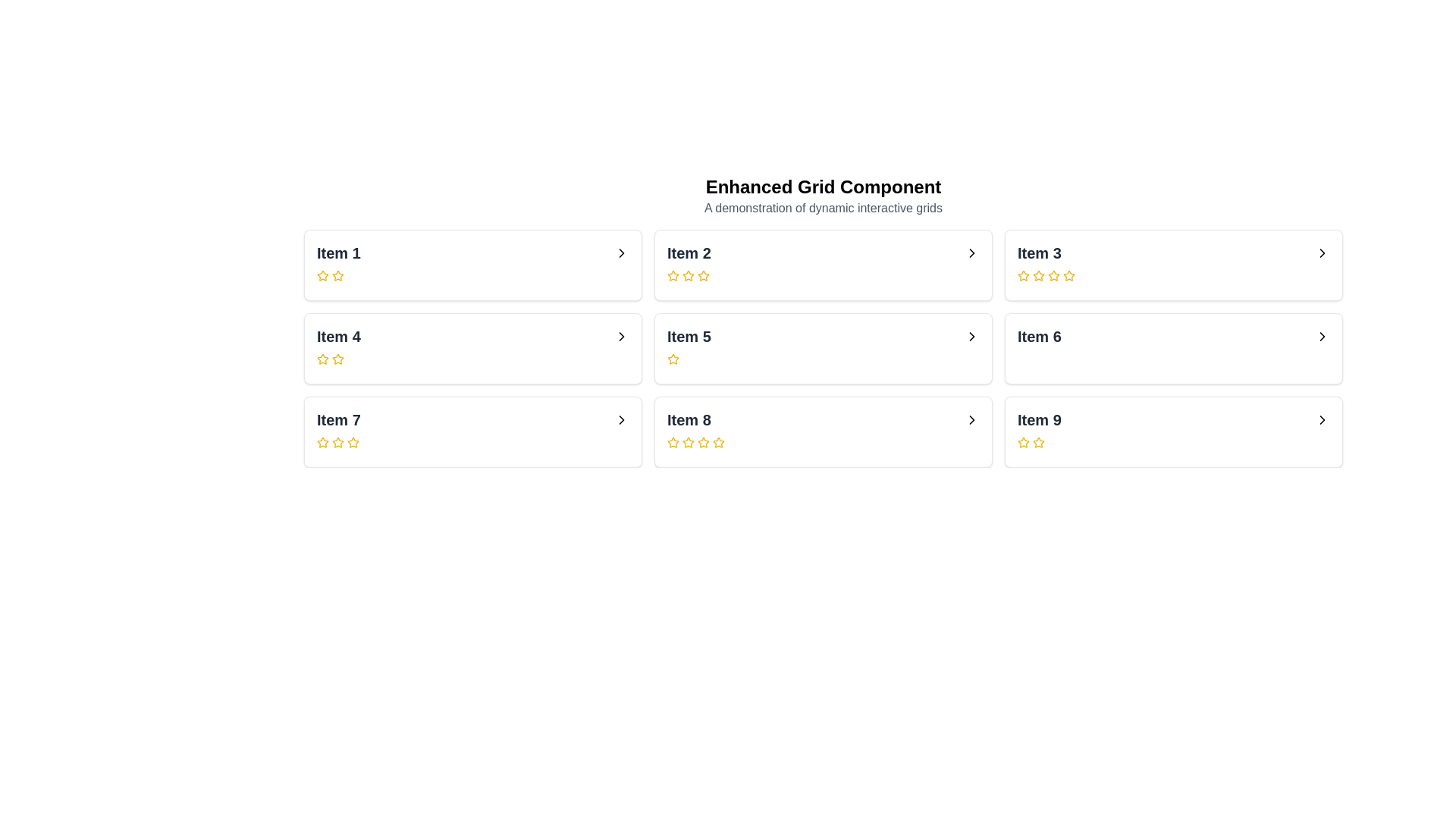 The height and width of the screenshot is (819, 1456). Describe the element at coordinates (822, 442) in the screenshot. I see `the Five-star rating indicator located in the card labeled 'Item 8', which consists of a row of five yellow star icons aligned horizontally` at that location.